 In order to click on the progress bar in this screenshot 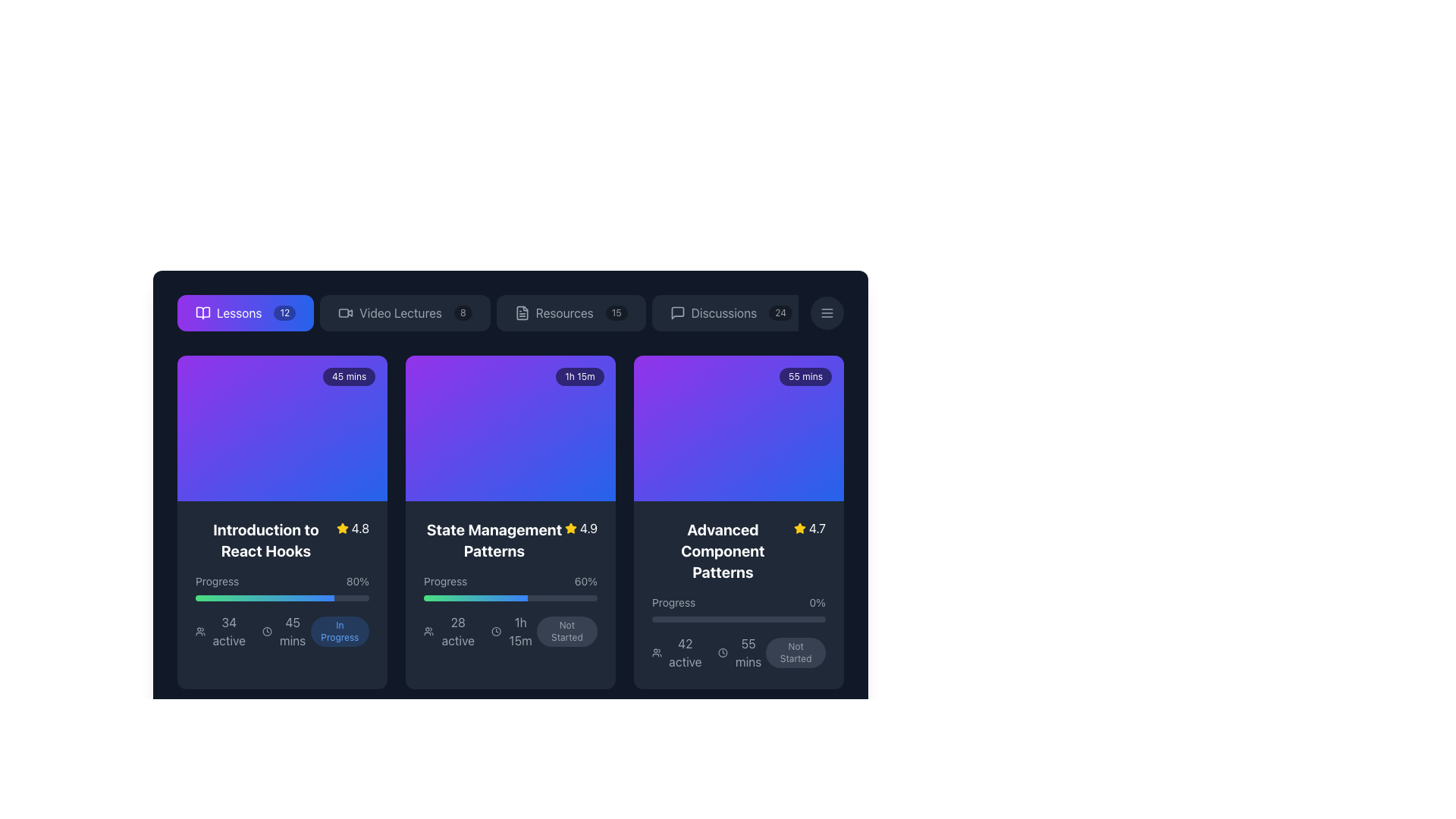, I will do `click(334, 598)`.